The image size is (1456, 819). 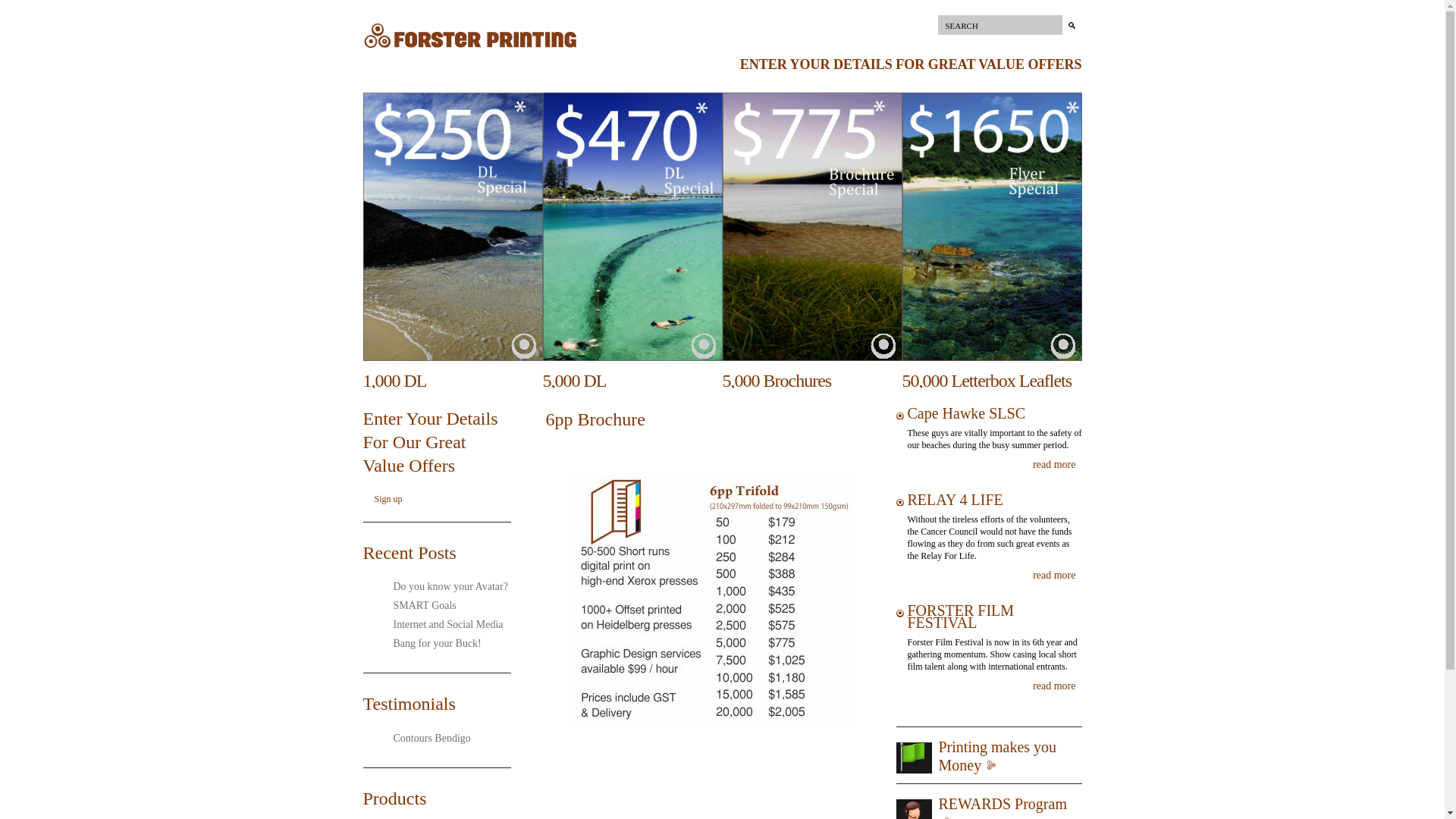 What do you see at coordinates (632, 227) in the screenshot?
I see `'banner-img2'` at bounding box center [632, 227].